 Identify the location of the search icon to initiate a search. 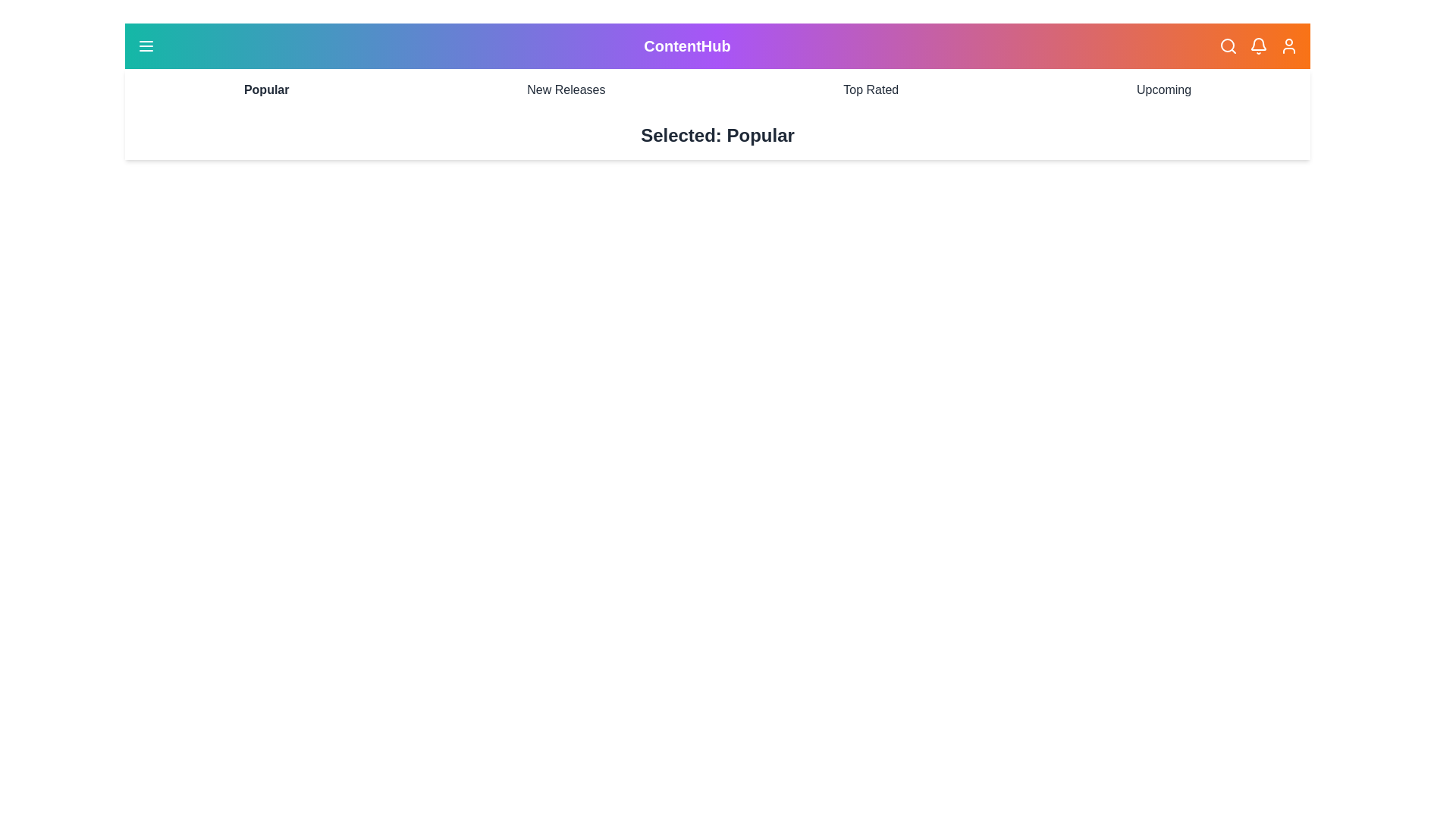
(1228, 45).